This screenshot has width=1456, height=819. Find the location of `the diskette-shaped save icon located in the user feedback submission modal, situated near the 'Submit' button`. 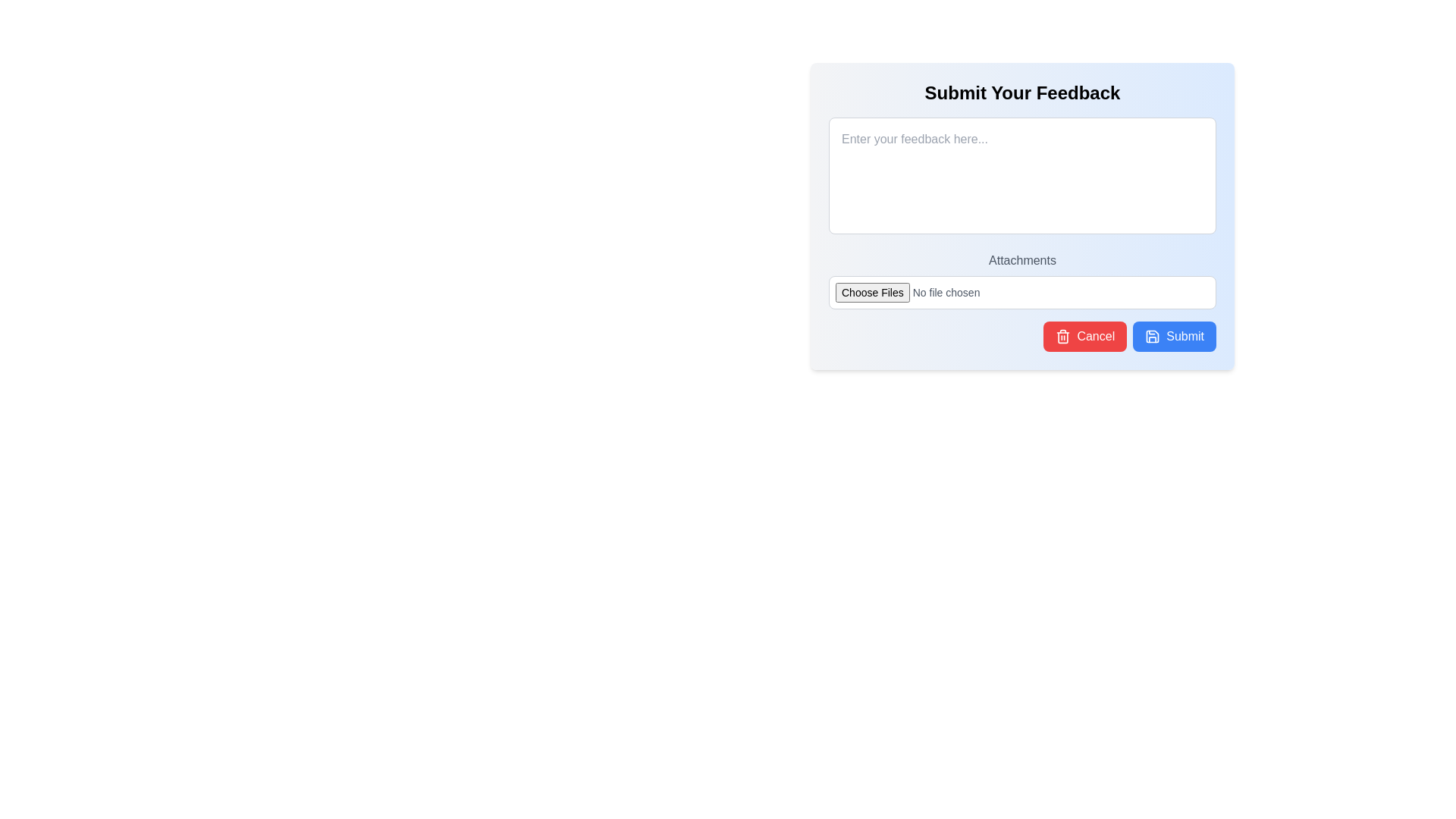

the diskette-shaped save icon located in the user feedback submission modal, situated near the 'Submit' button is located at coordinates (1153, 335).